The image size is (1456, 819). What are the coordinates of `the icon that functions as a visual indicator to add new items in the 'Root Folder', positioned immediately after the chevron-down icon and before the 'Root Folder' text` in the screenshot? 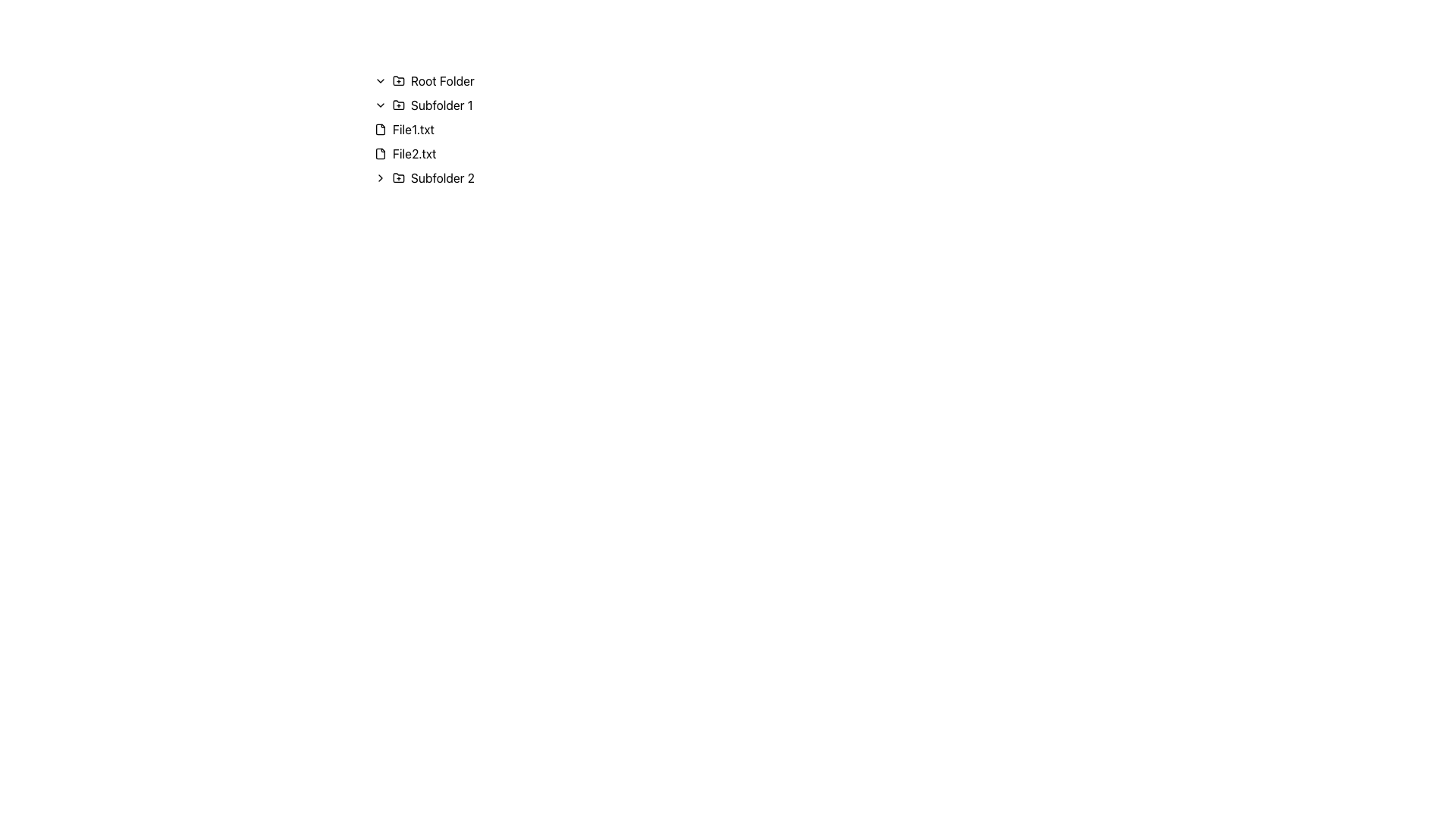 It's located at (399, 81).